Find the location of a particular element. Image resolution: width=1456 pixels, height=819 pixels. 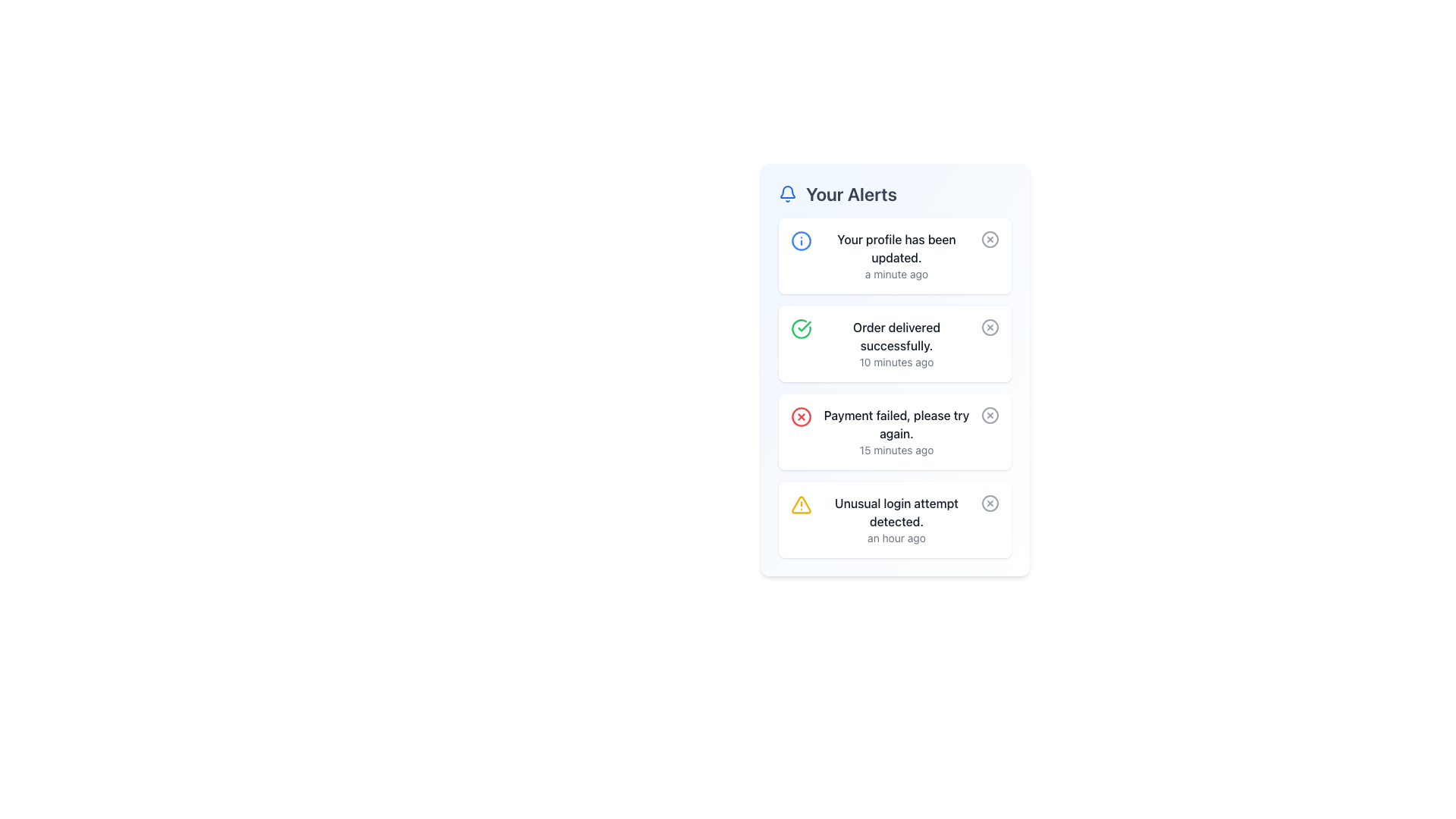

text label displaying 'Your Alerts', which is prominently positioned at the top left of the notification panel and aligned horizontally with the bell icon to its left is located at coordinates (852, 193).